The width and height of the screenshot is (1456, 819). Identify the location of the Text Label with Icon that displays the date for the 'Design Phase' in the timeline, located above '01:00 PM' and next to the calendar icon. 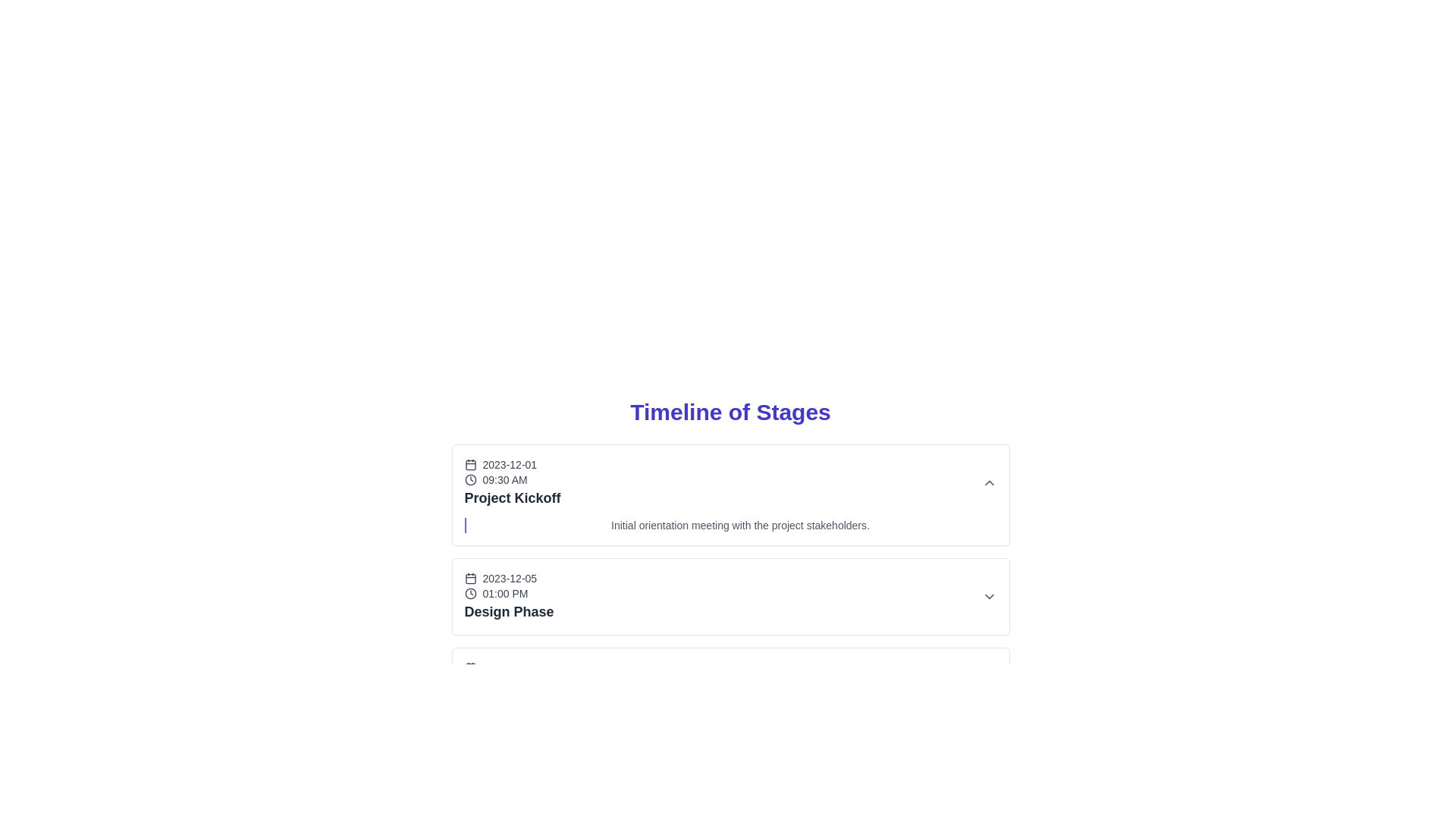
(509, 579).